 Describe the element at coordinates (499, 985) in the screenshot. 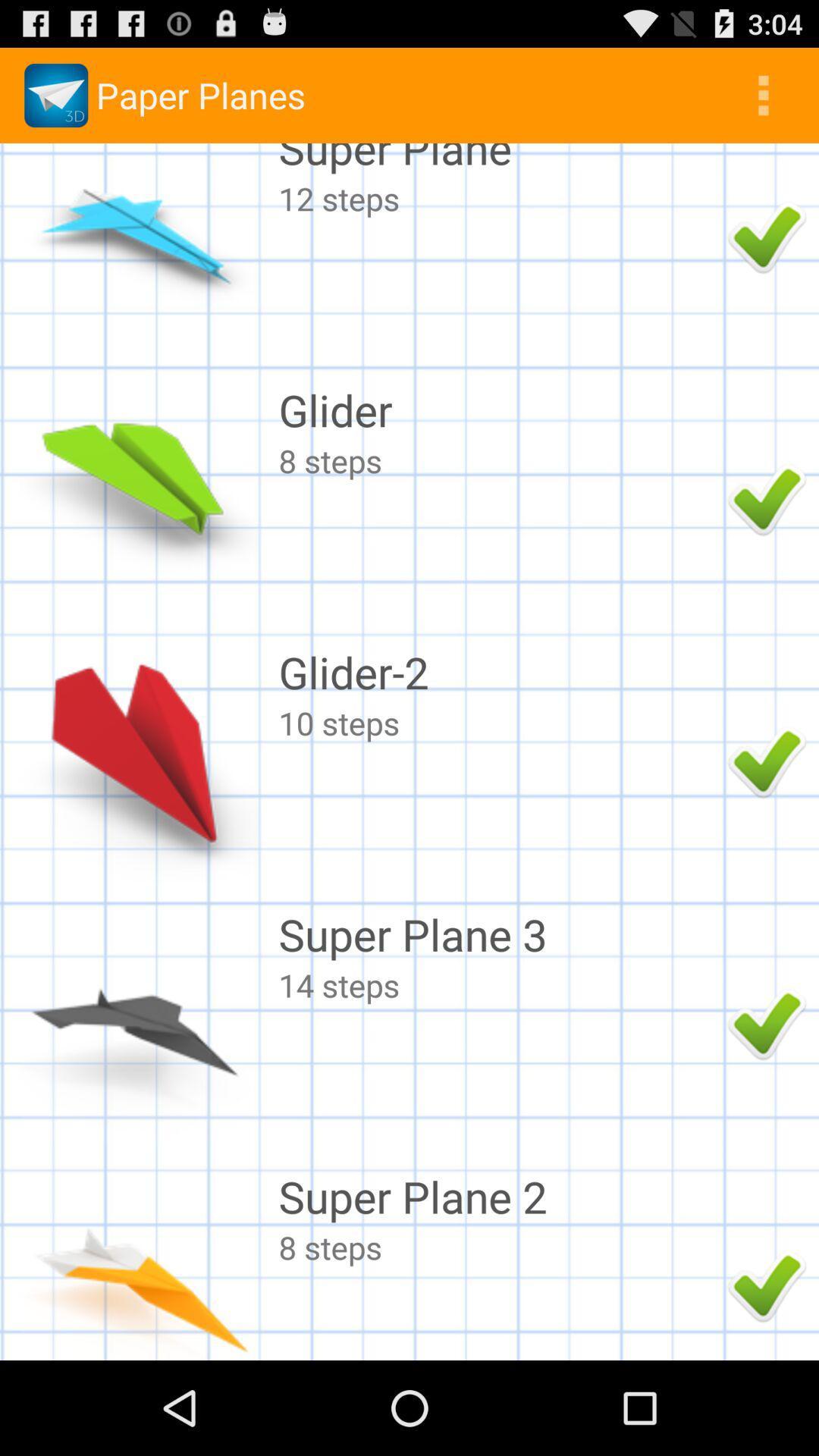

I see `the 14 steps item` at that location.